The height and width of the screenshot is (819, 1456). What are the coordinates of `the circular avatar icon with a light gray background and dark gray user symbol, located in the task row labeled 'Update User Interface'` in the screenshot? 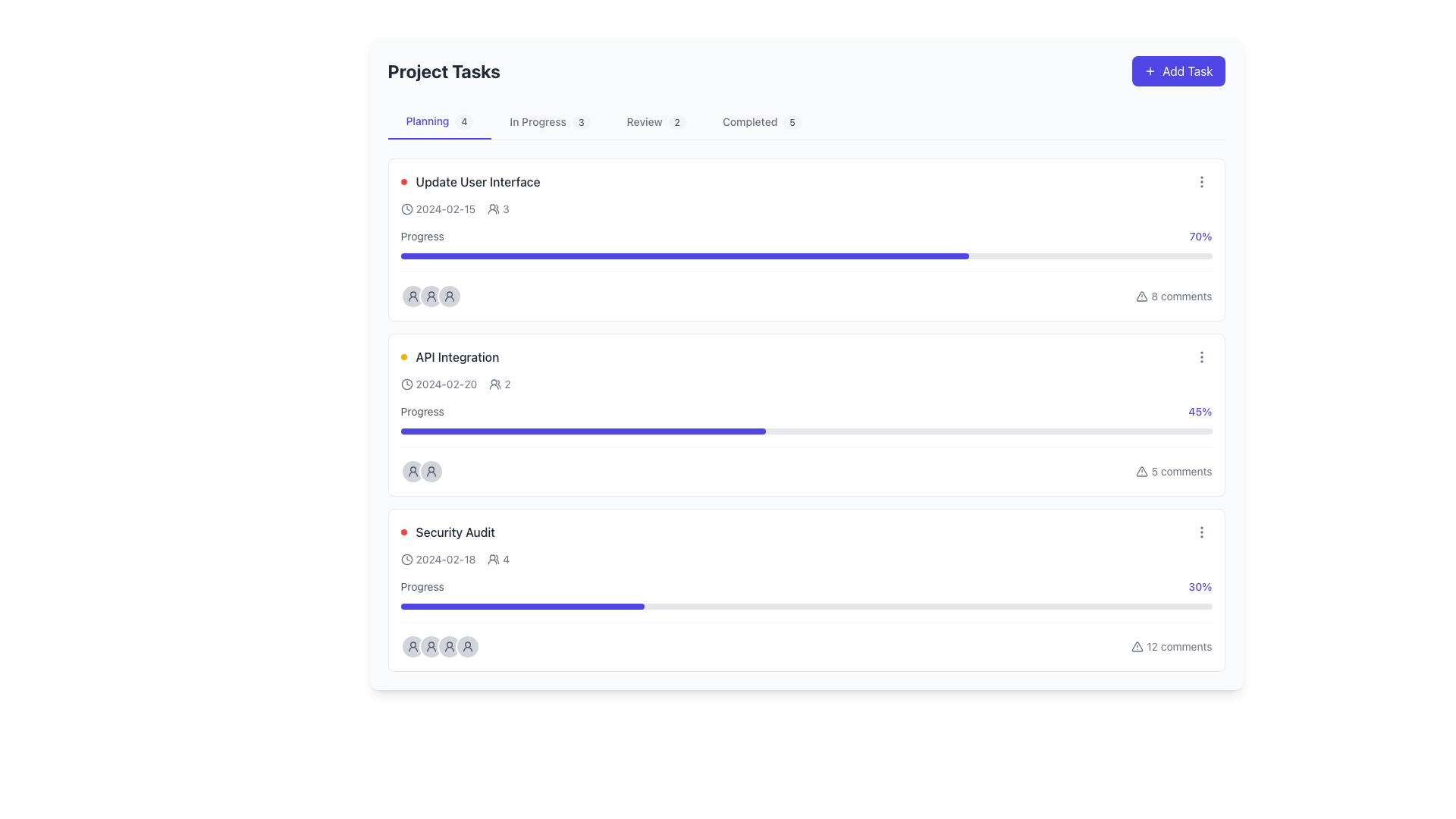 It's located at (448, 296).